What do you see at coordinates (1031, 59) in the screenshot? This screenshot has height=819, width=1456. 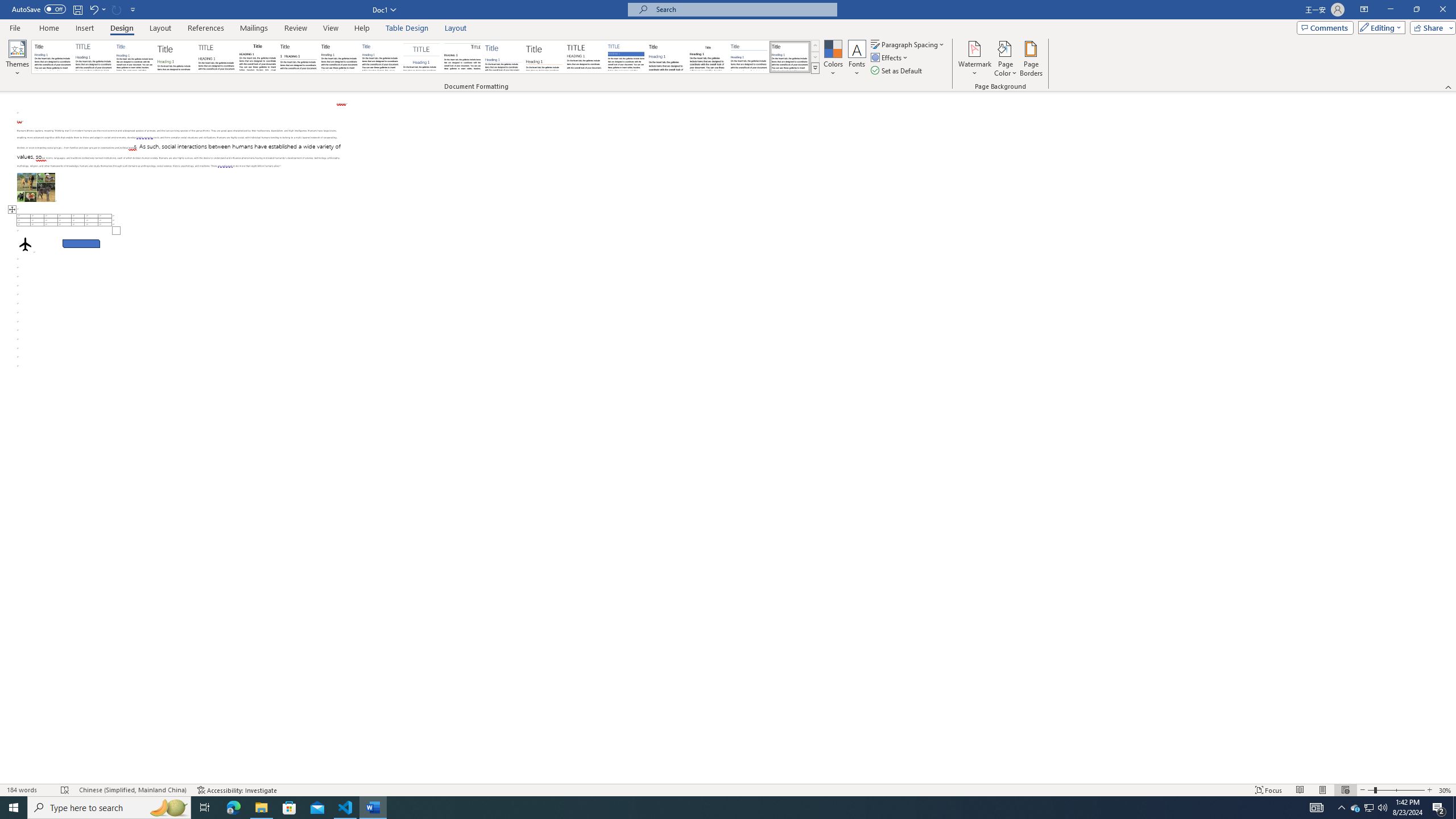 I see `'Page Borders...'` at bounding box center [1031, 59].